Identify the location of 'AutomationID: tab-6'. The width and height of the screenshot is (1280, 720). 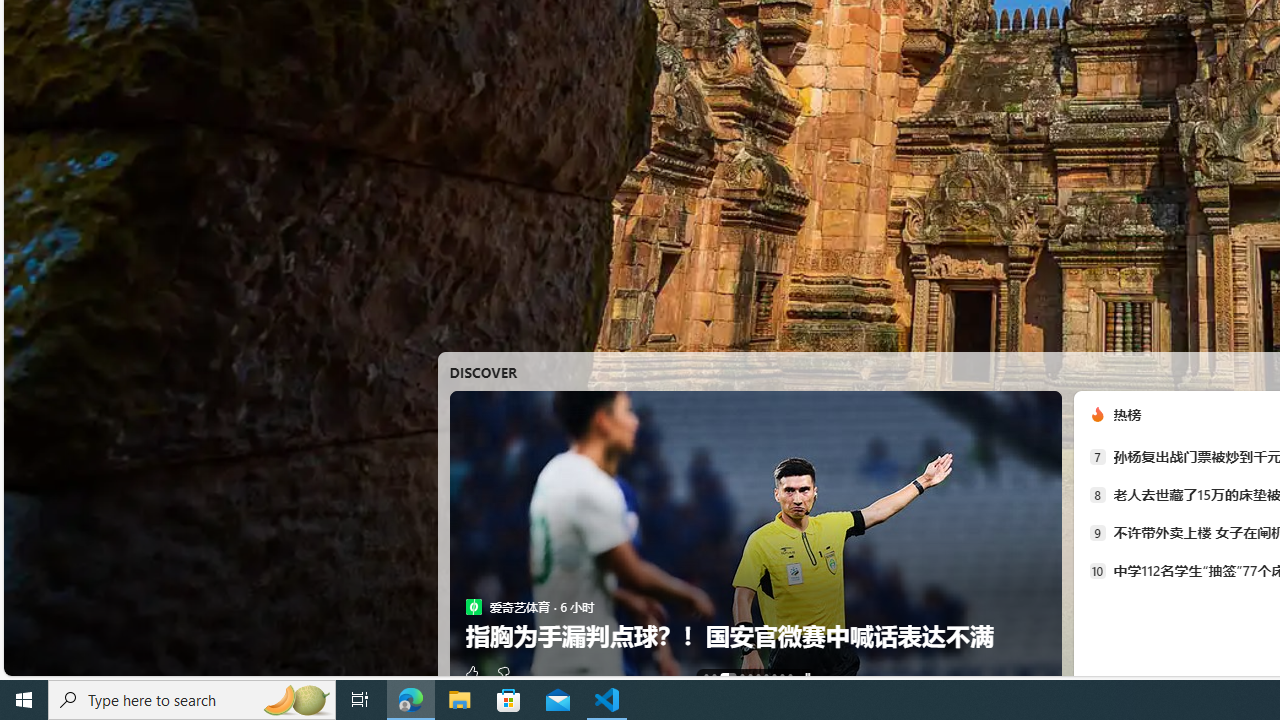
(765, 675).